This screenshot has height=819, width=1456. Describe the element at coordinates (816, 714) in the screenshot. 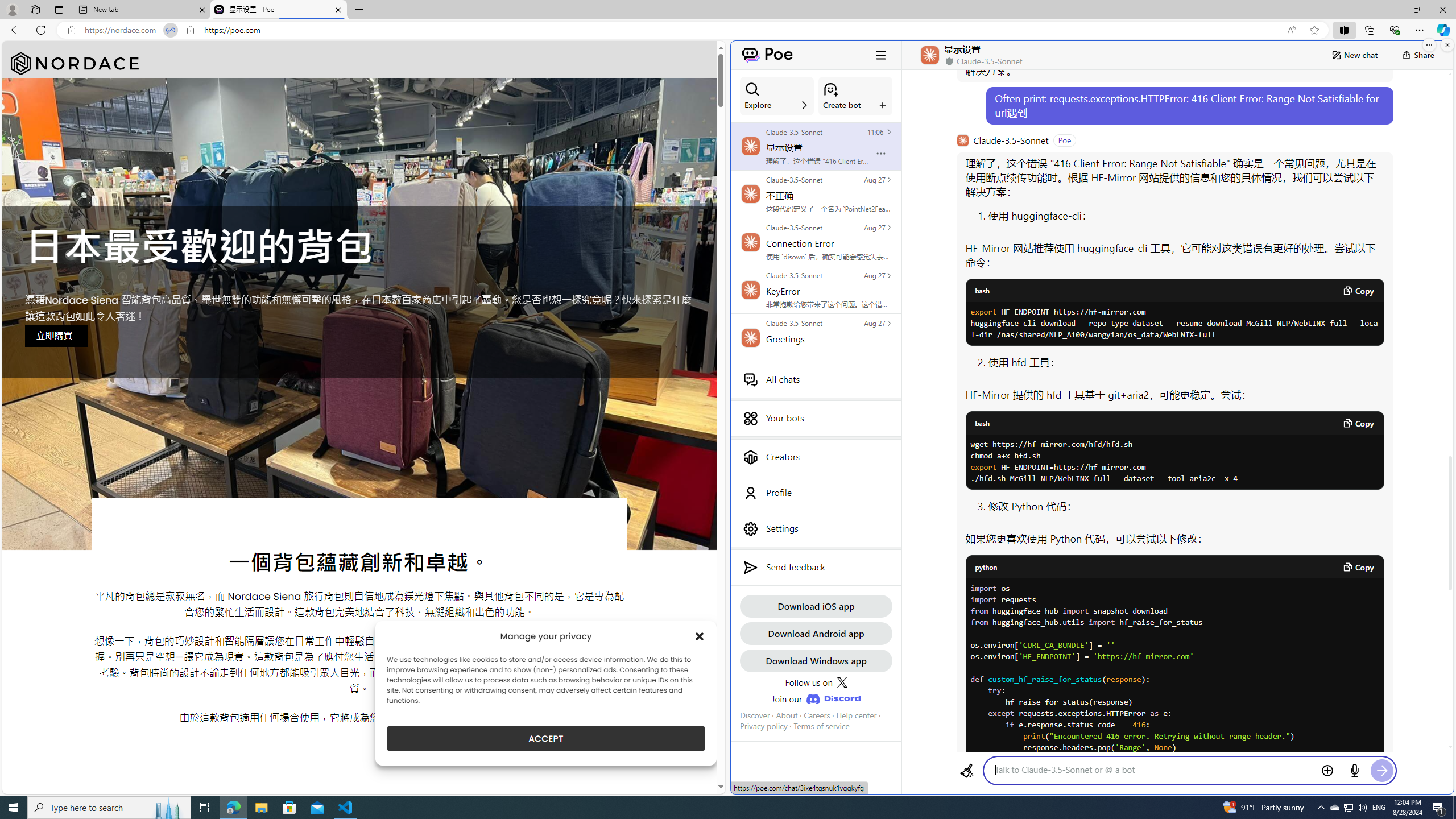

I see `'Careers'` at that location.